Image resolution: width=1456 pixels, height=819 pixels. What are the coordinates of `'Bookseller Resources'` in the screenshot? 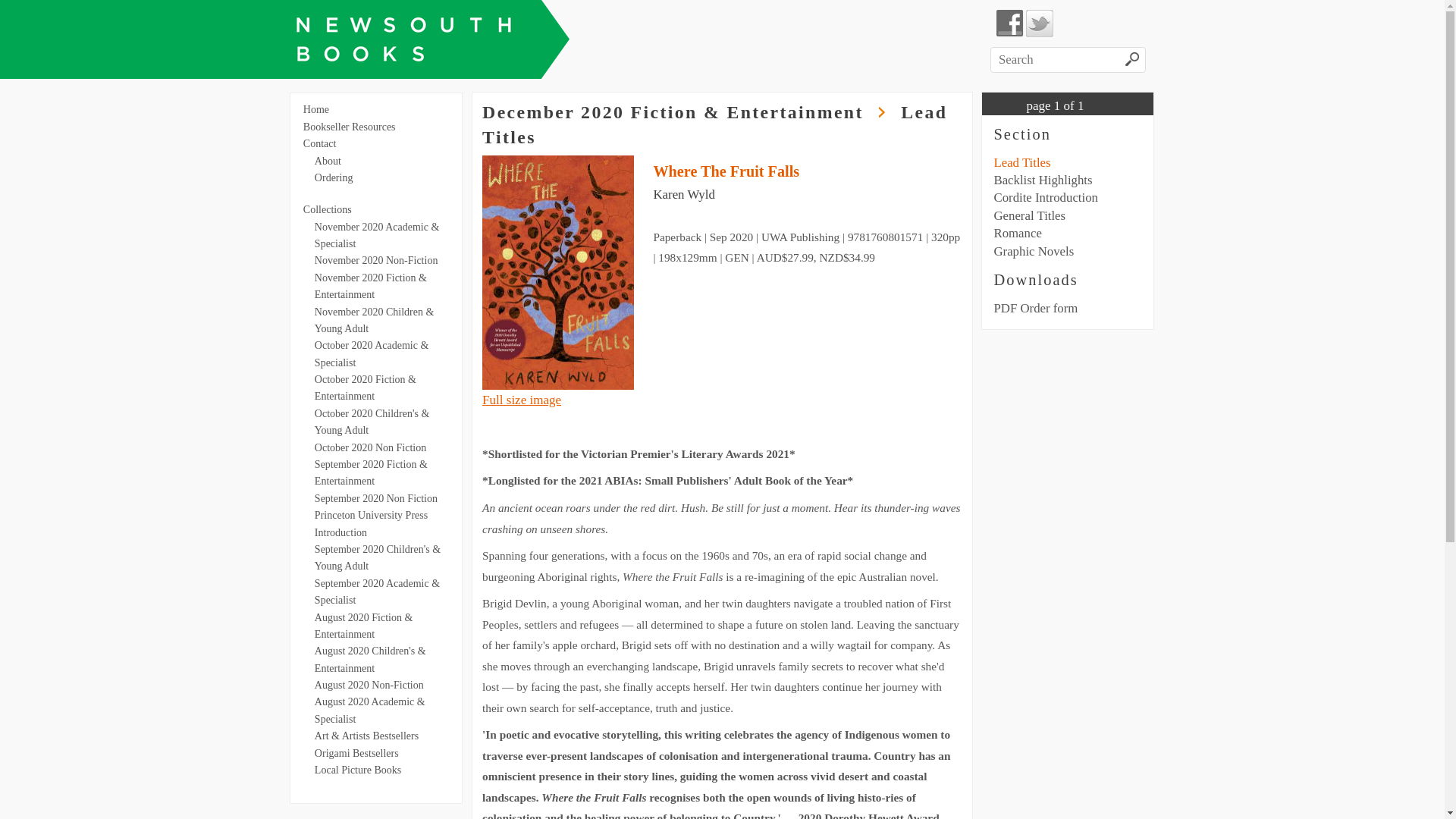 It's located at (348, 126).